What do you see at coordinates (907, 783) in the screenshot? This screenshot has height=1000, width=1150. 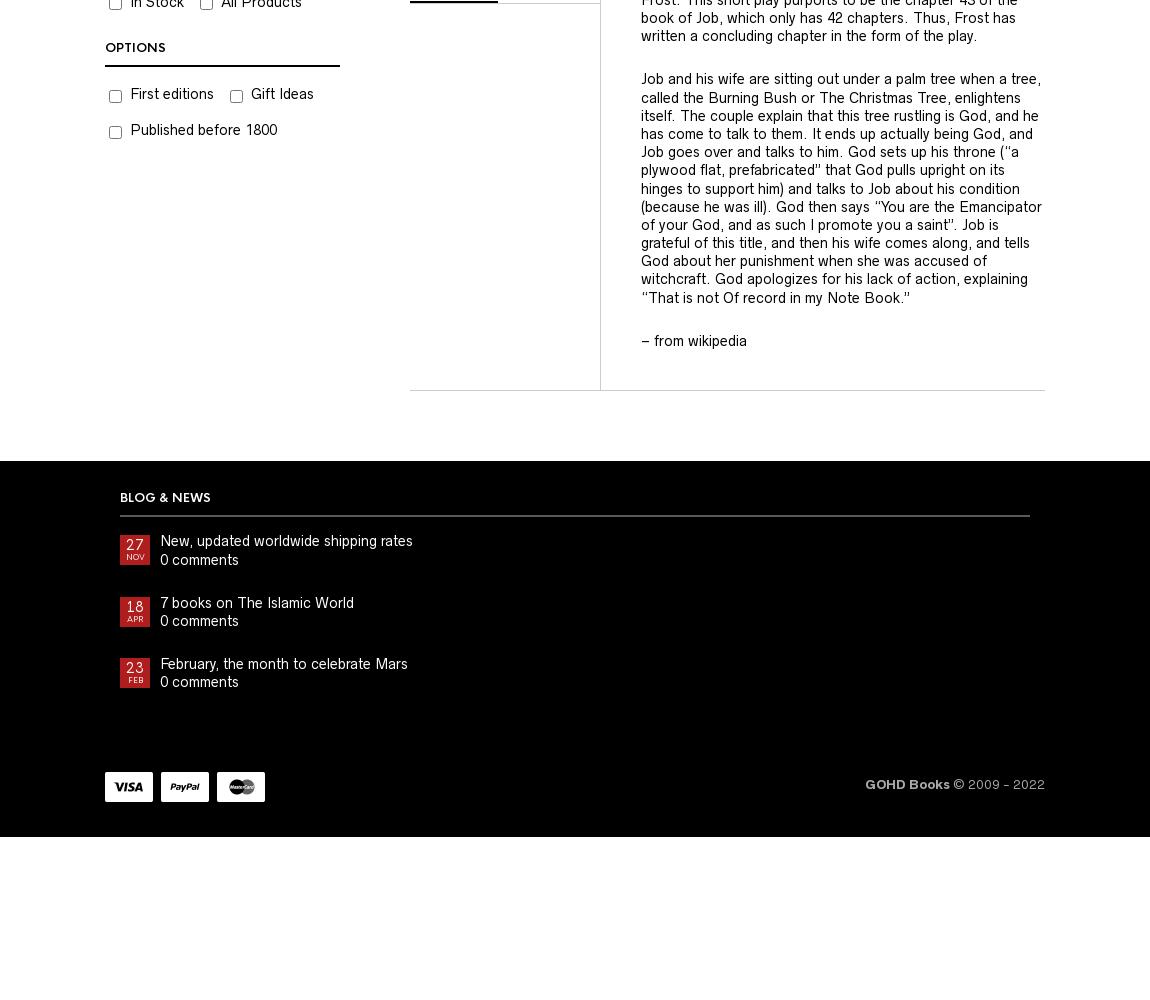 I see `'GOHD Books'` at bounding box center [907, 783].